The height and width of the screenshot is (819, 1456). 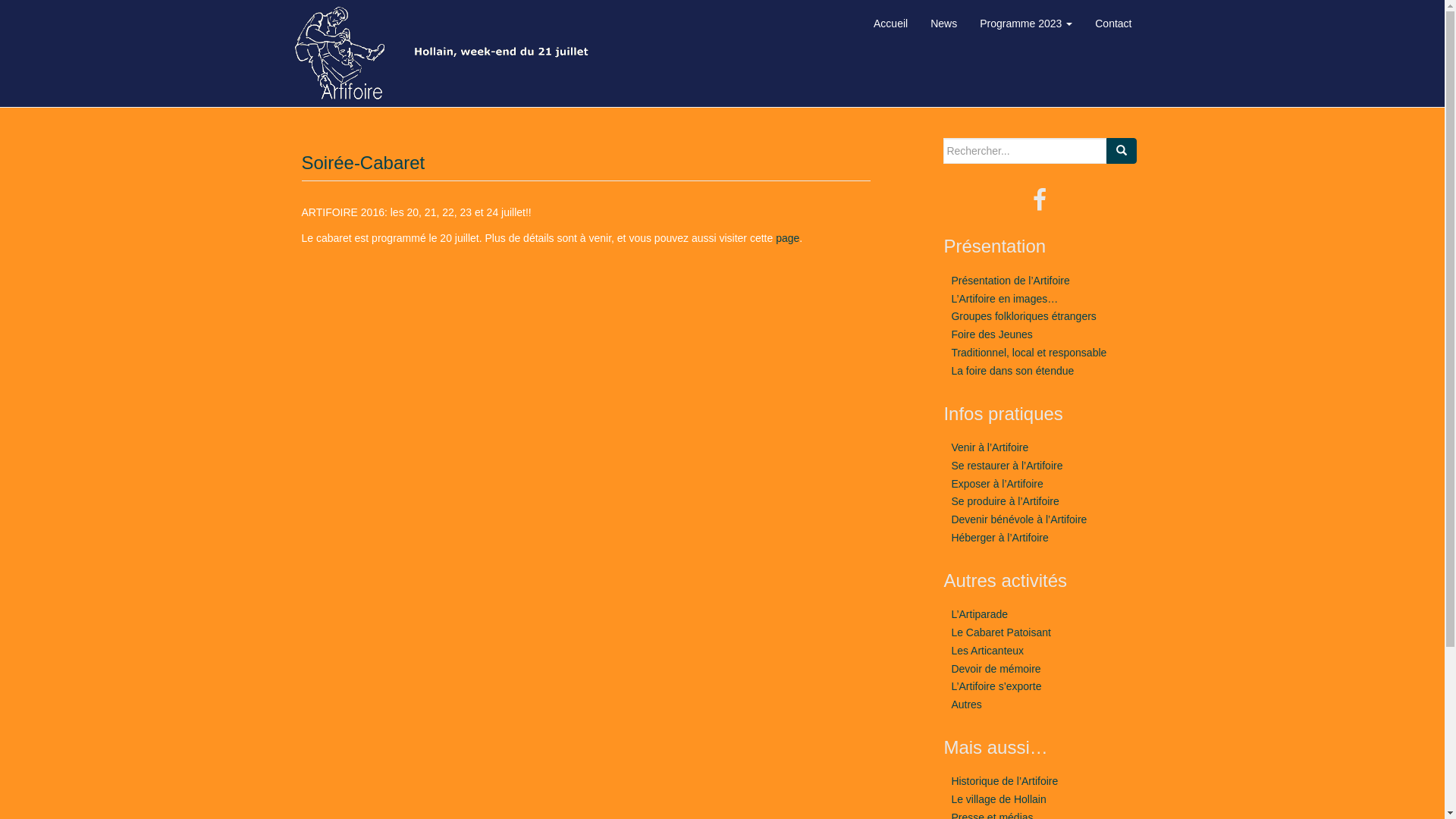 What do you see at coordinates (1121, 151) in the screenshot?
I see `'Search'` at bounding box center [1121, 151].